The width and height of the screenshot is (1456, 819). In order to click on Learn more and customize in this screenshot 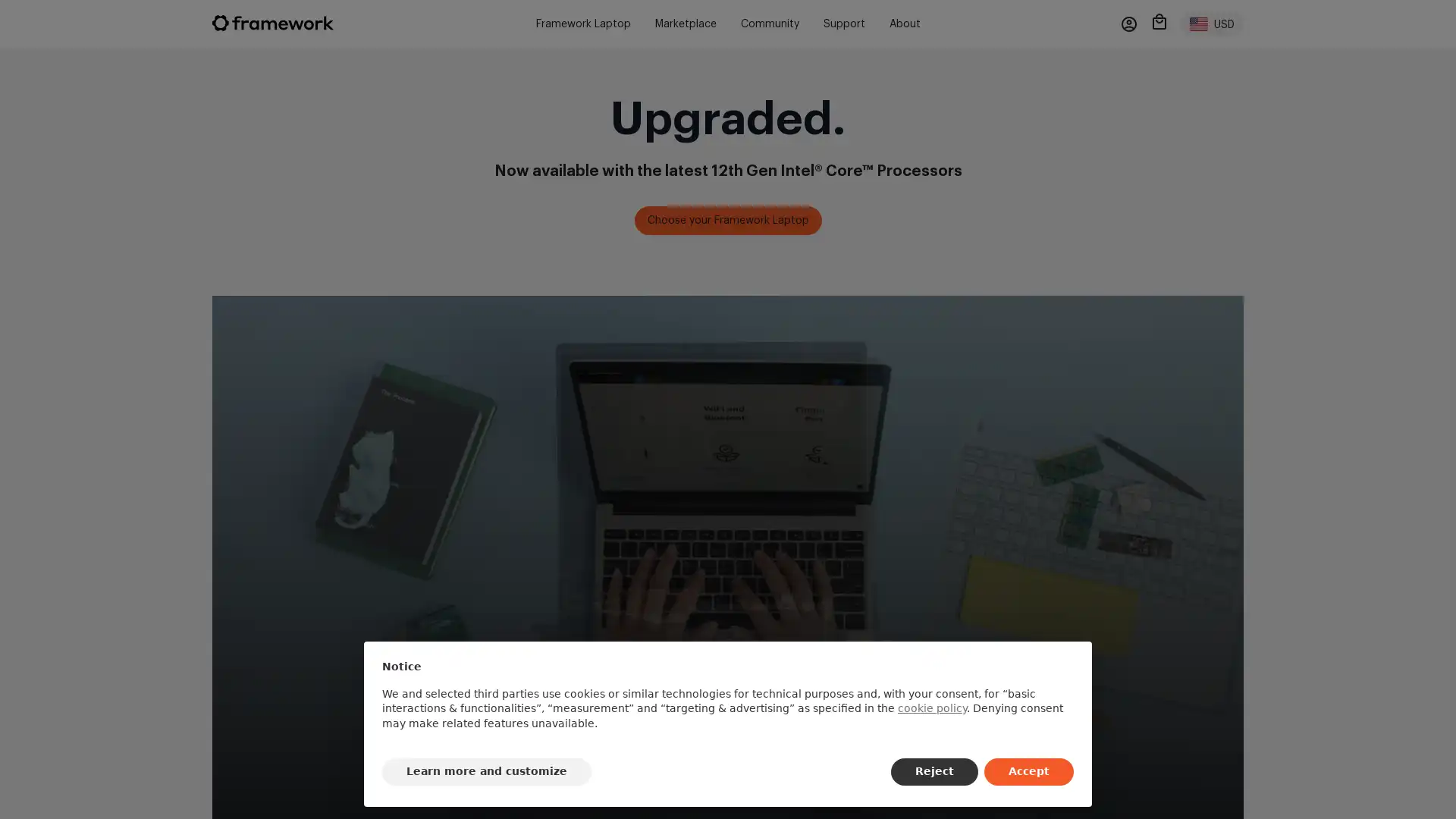, I will do `click(487, 772)`.